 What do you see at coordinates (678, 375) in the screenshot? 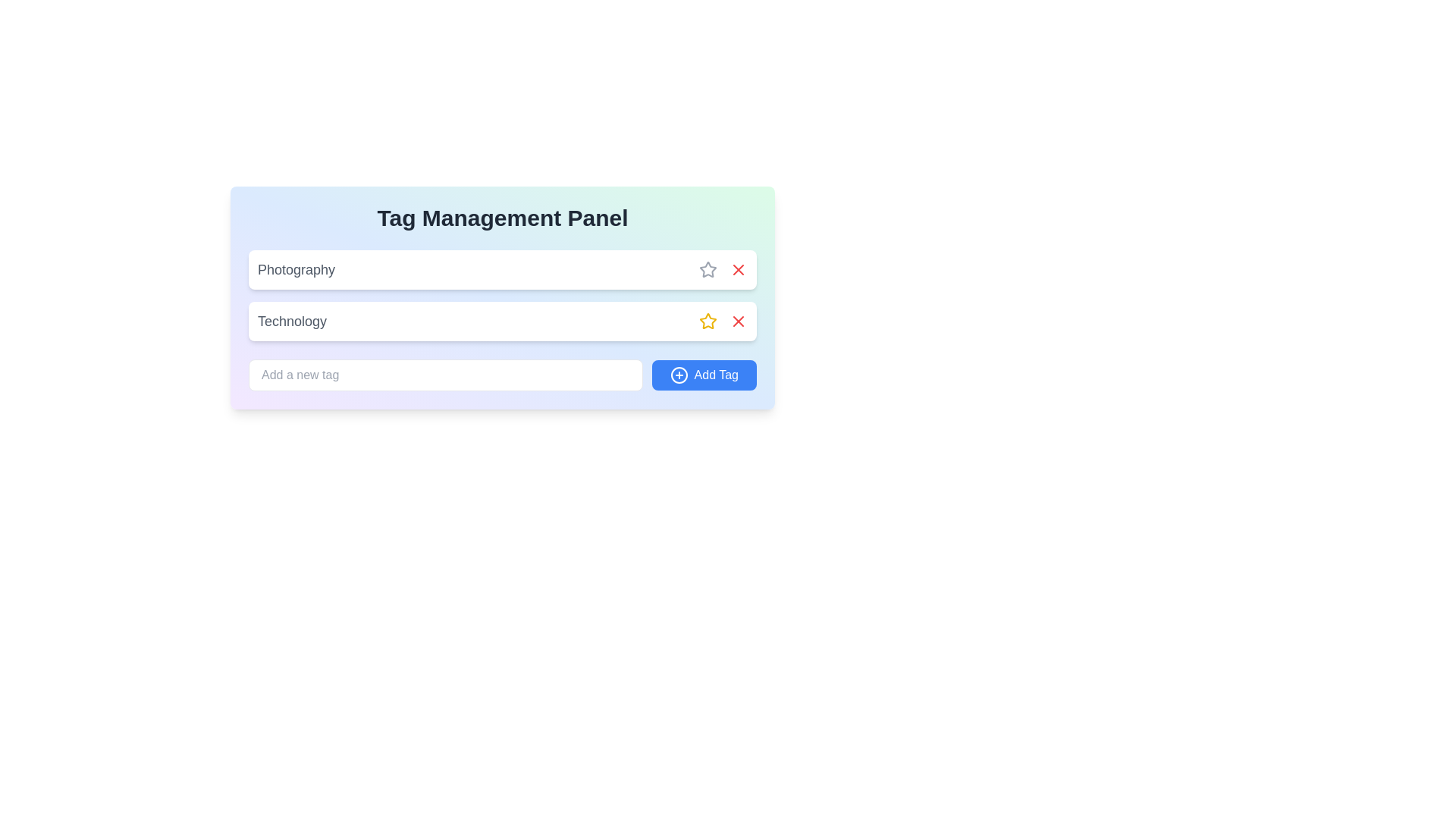
I see `the circle icon with a plus sign inside, located to the left of the 'Add Tag' text within the 'Add Tag' button` at bounding box center [678, 375].